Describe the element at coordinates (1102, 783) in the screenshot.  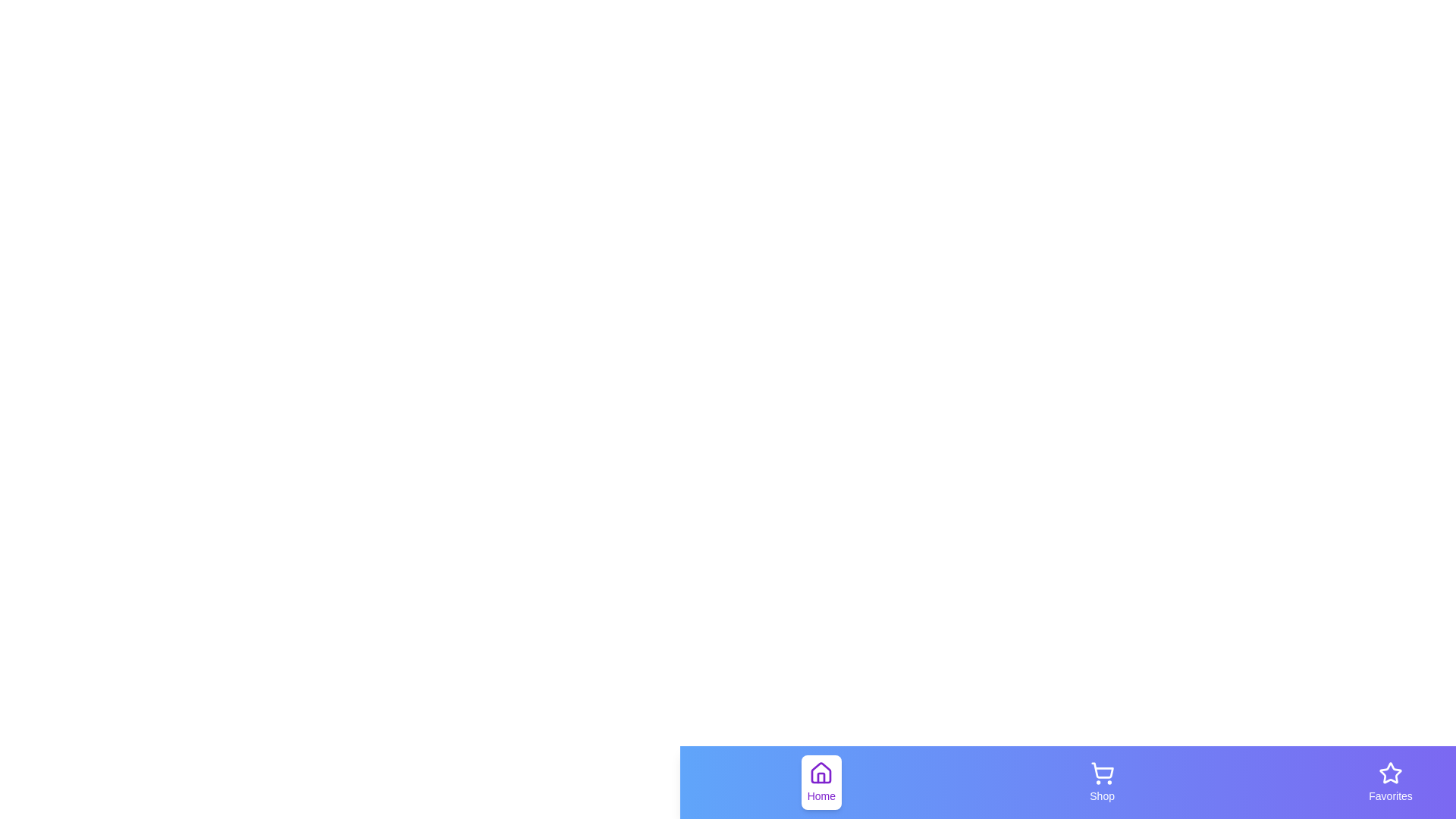
I see `the tab labeled Shop to select it` at that location.